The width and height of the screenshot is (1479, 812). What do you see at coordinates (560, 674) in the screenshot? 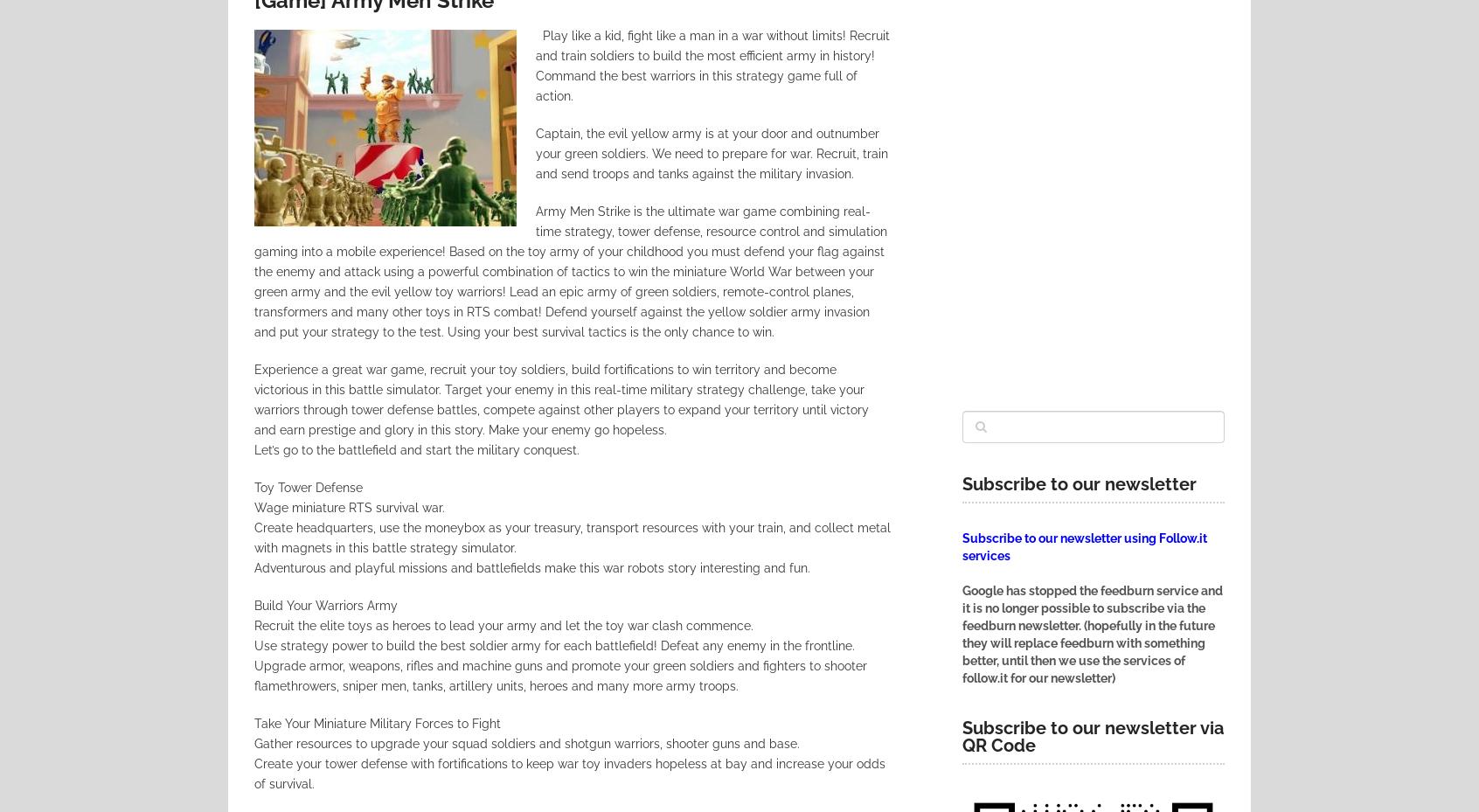
I see `'Upgrade armor, weapons, rifles and machine guns and promote your green soldiers and fighters to shooter flamethrowers, sniper men, tanks, artillery units, heroes and many more army troops.'` at bounding box center [560, 674].